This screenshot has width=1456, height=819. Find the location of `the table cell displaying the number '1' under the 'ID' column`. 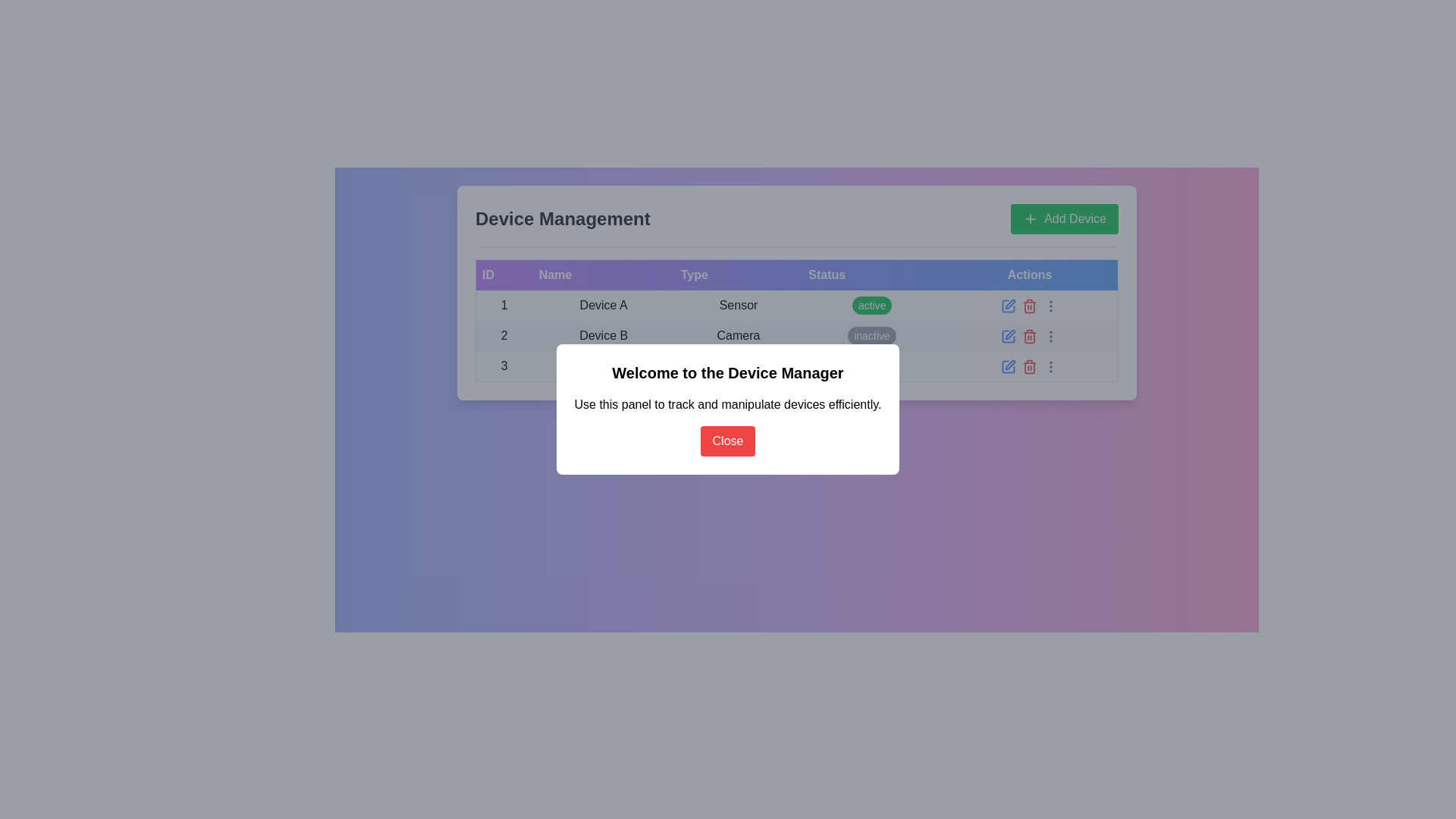

the table cell displaying the number '1' under the 'ID' column is located at coordinates (504, 305).